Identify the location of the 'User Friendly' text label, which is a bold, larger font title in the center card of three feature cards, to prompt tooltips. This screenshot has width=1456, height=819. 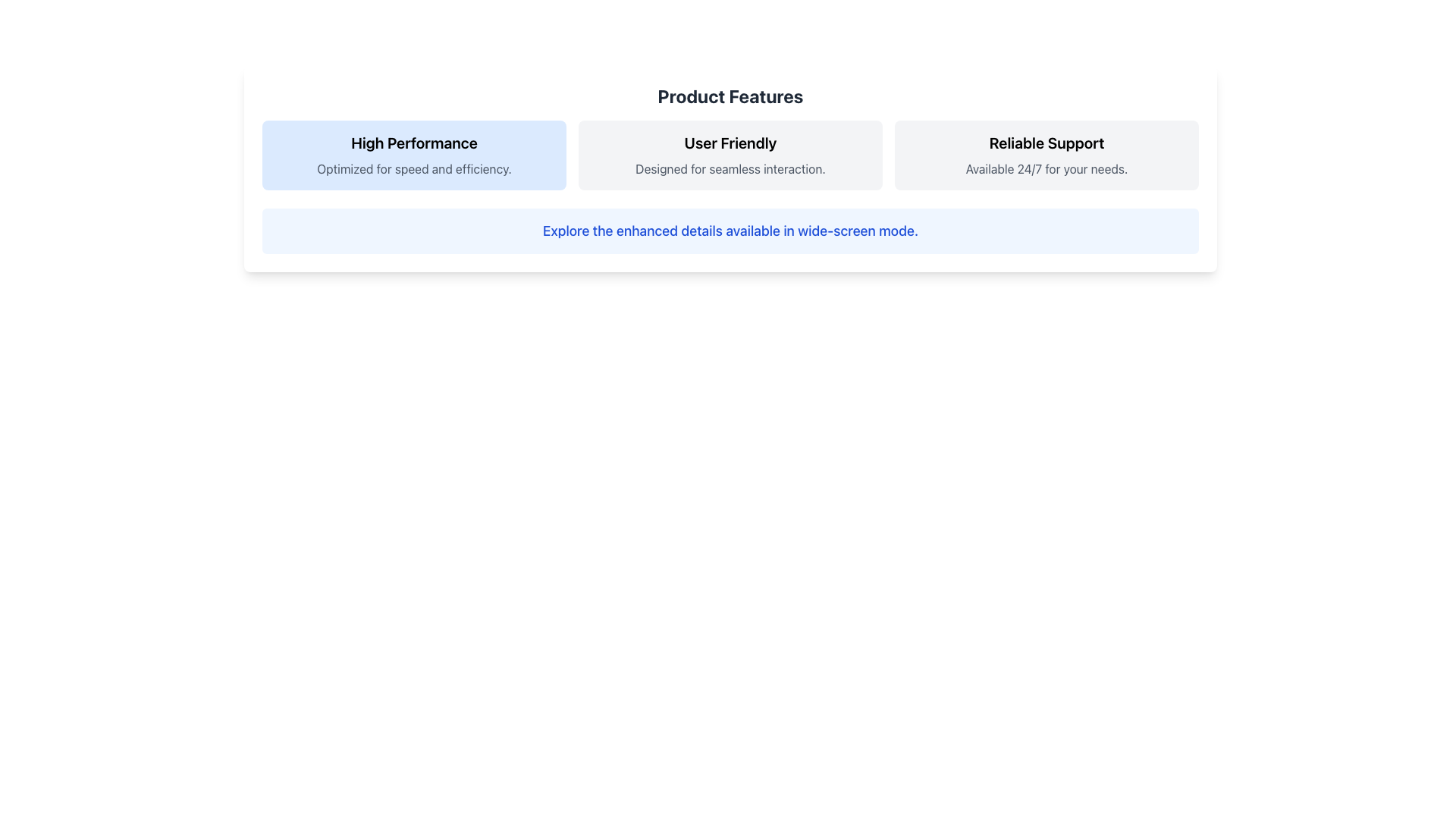
(730, 143).